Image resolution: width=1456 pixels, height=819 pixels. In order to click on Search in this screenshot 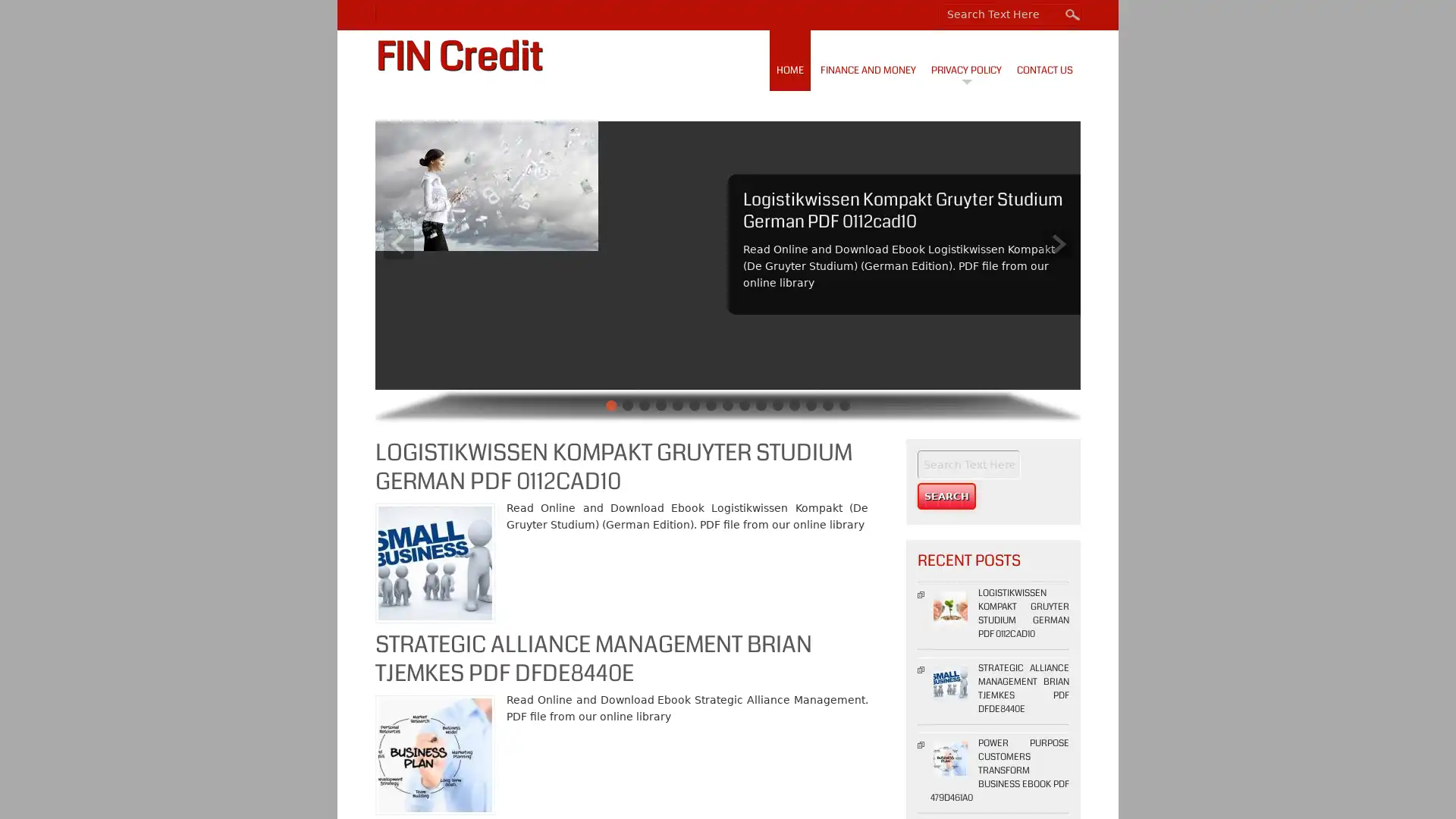, I will do `click(946, 496)`.